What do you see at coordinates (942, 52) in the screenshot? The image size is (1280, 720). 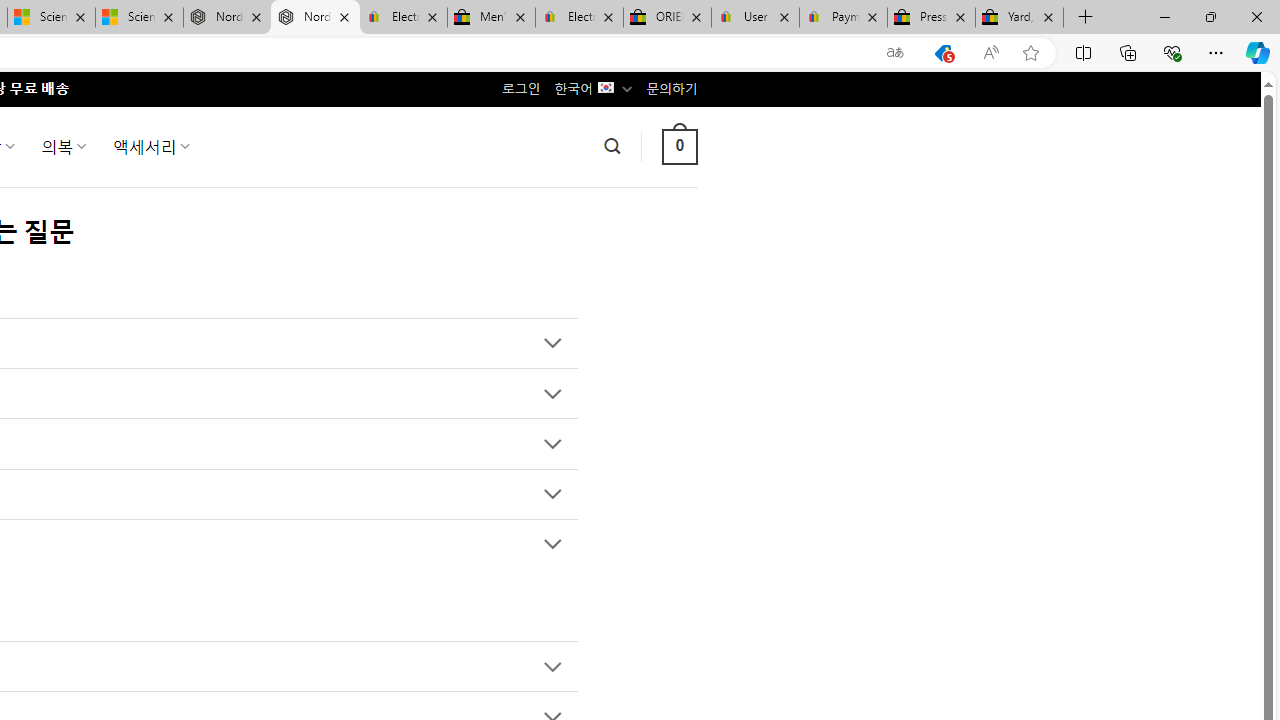 I see `'This site has coupons! Shopping in Microsoft Edge, 5'` at bounding box center [942, 52].